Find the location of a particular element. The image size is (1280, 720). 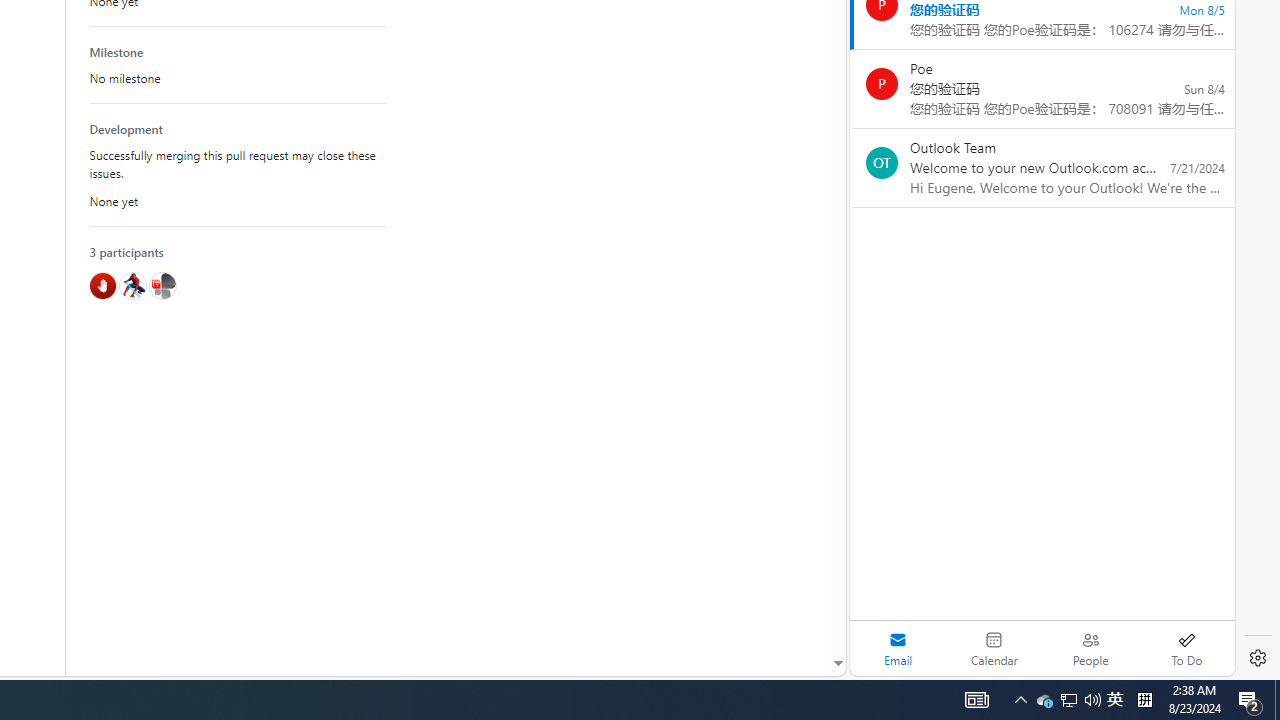

'@hawkeye116477' is located at coordinates (131, 285).